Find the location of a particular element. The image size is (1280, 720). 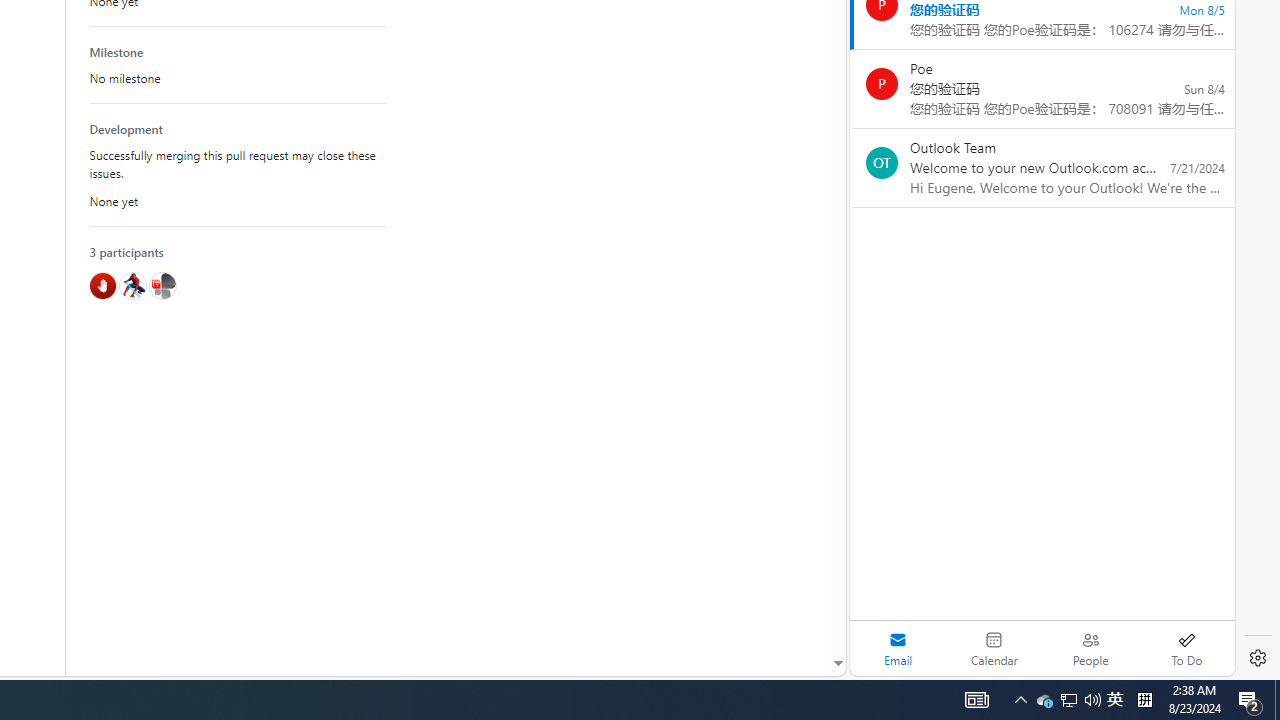

'@hawkeye116477' is located at coordinates (131, 285).